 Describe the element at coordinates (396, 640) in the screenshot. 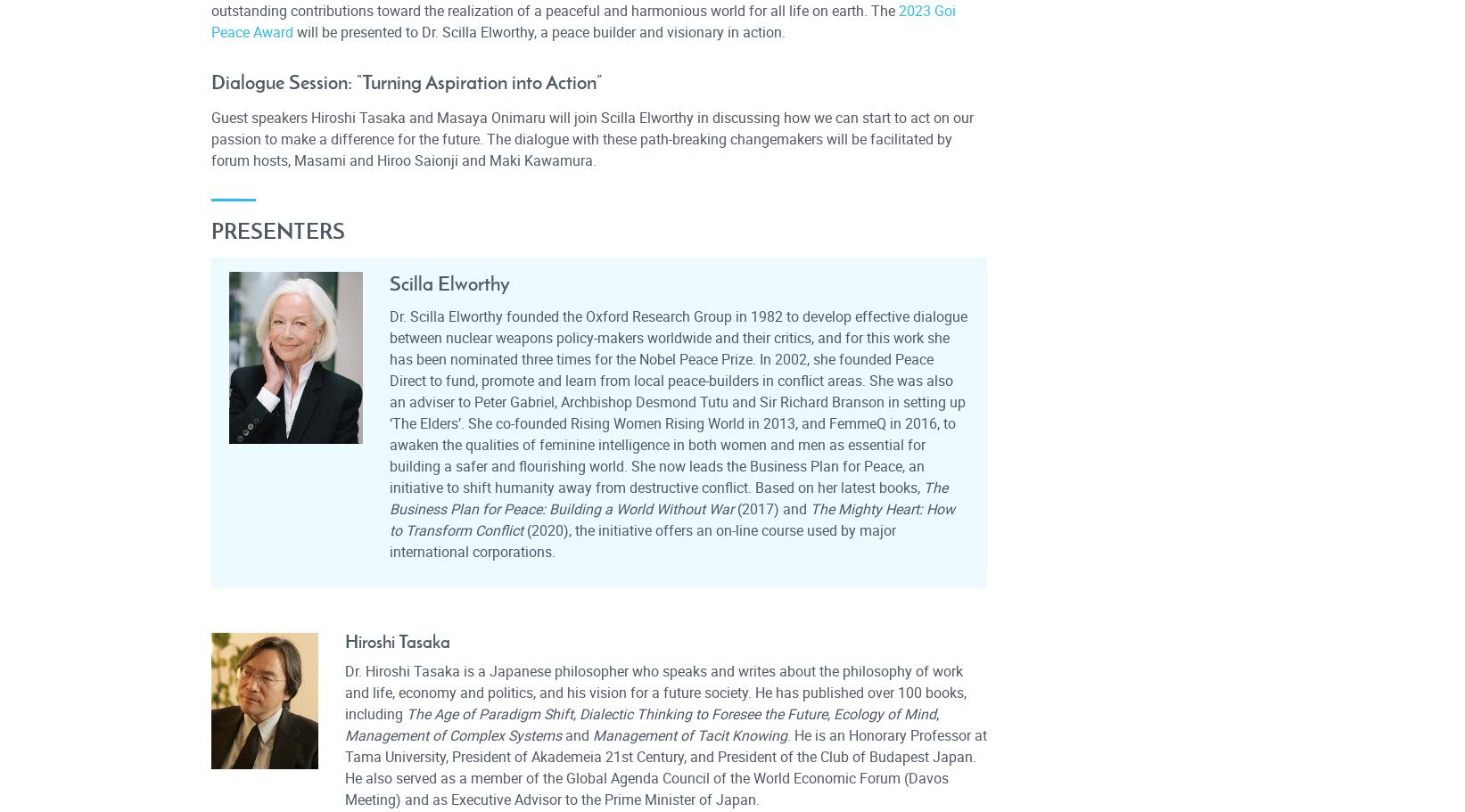

I see `'Hiroshi Tasaka'` at that location.